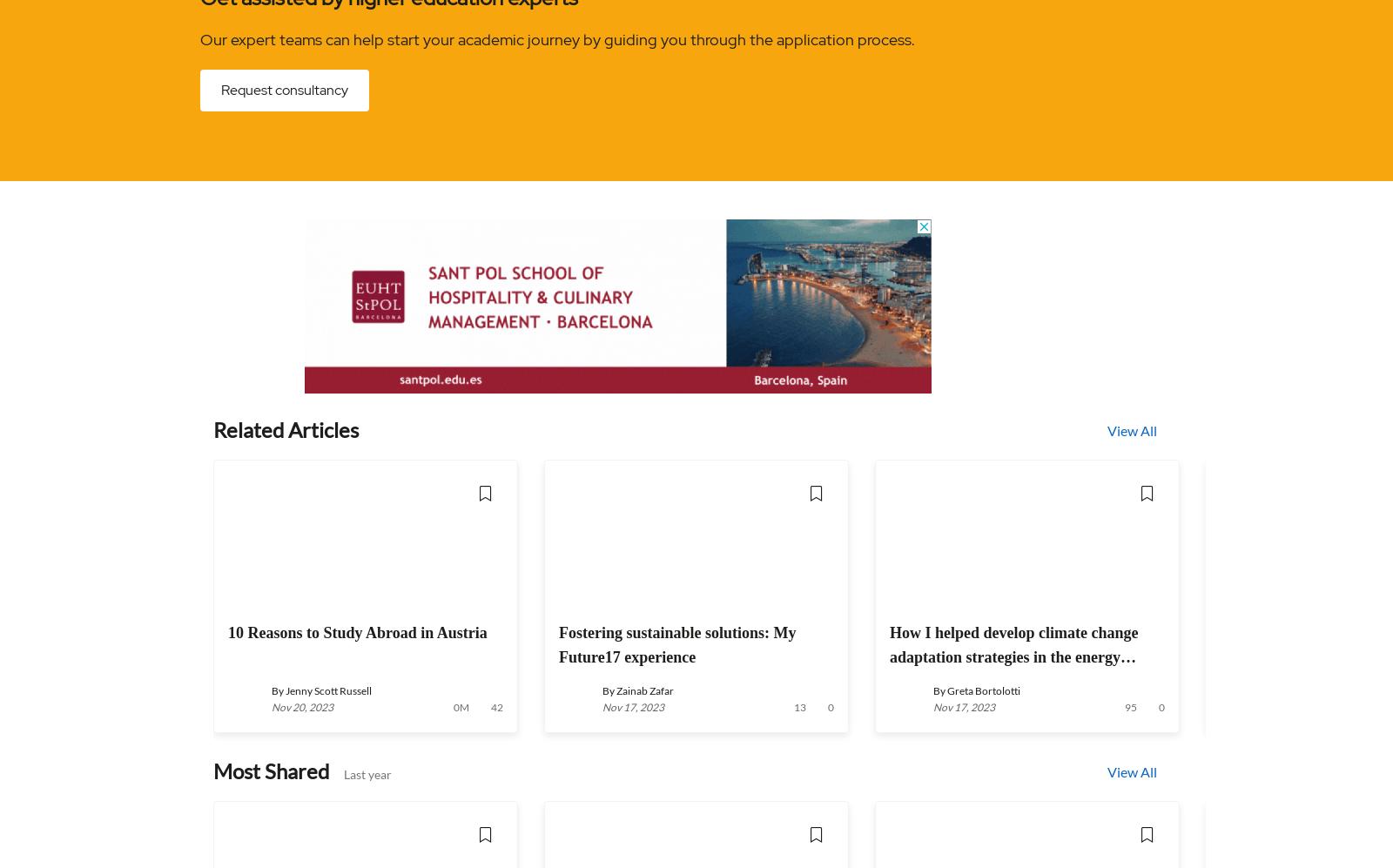 This screenshot has height=868, width=1393. What do you see at coordinates (644, 690) in the screenshot?
I see `'Zainab Zafar'` at bounding box center [644, 690].